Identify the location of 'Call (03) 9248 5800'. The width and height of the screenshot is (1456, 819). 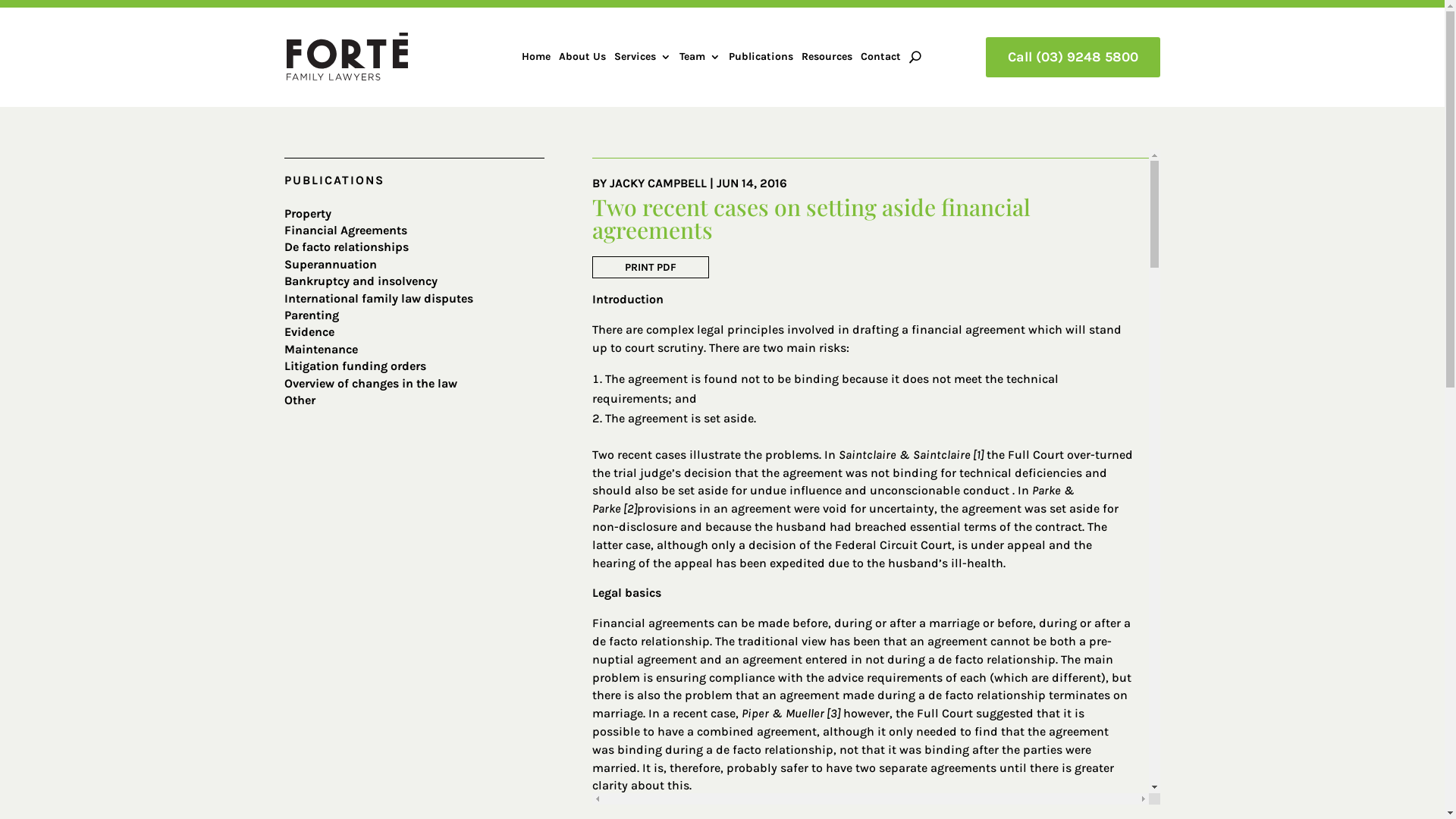
(986, 56).